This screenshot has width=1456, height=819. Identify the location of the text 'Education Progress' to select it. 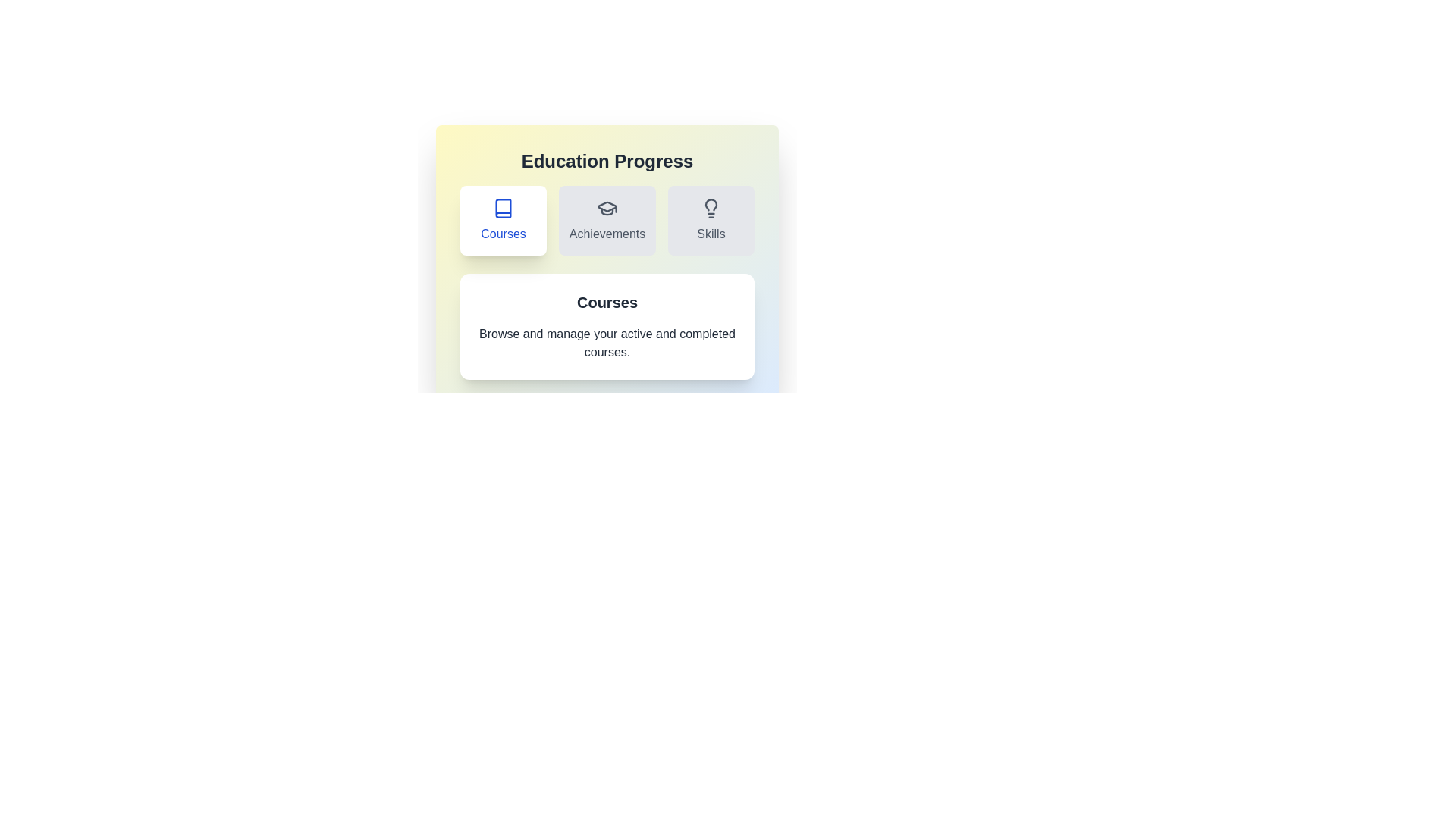
(607, 161).